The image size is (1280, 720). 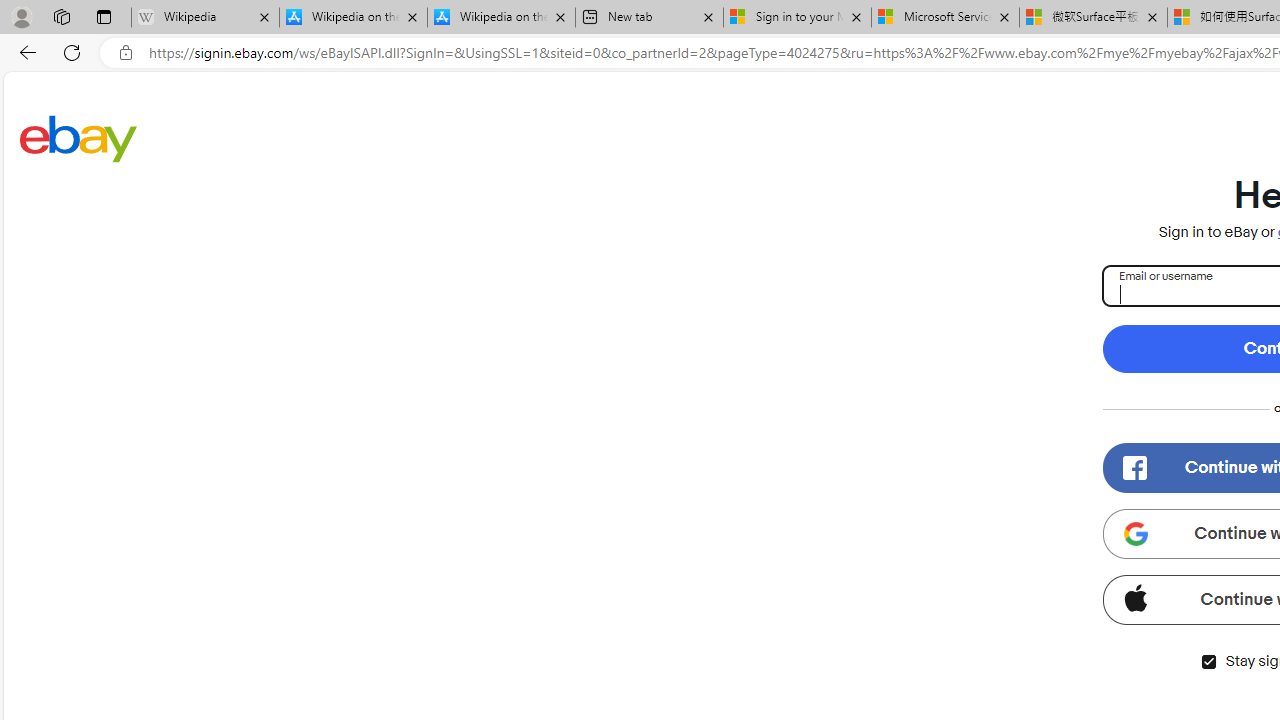 I want to click on 'Class: ggl-icon', so click(x=1135, y=532).